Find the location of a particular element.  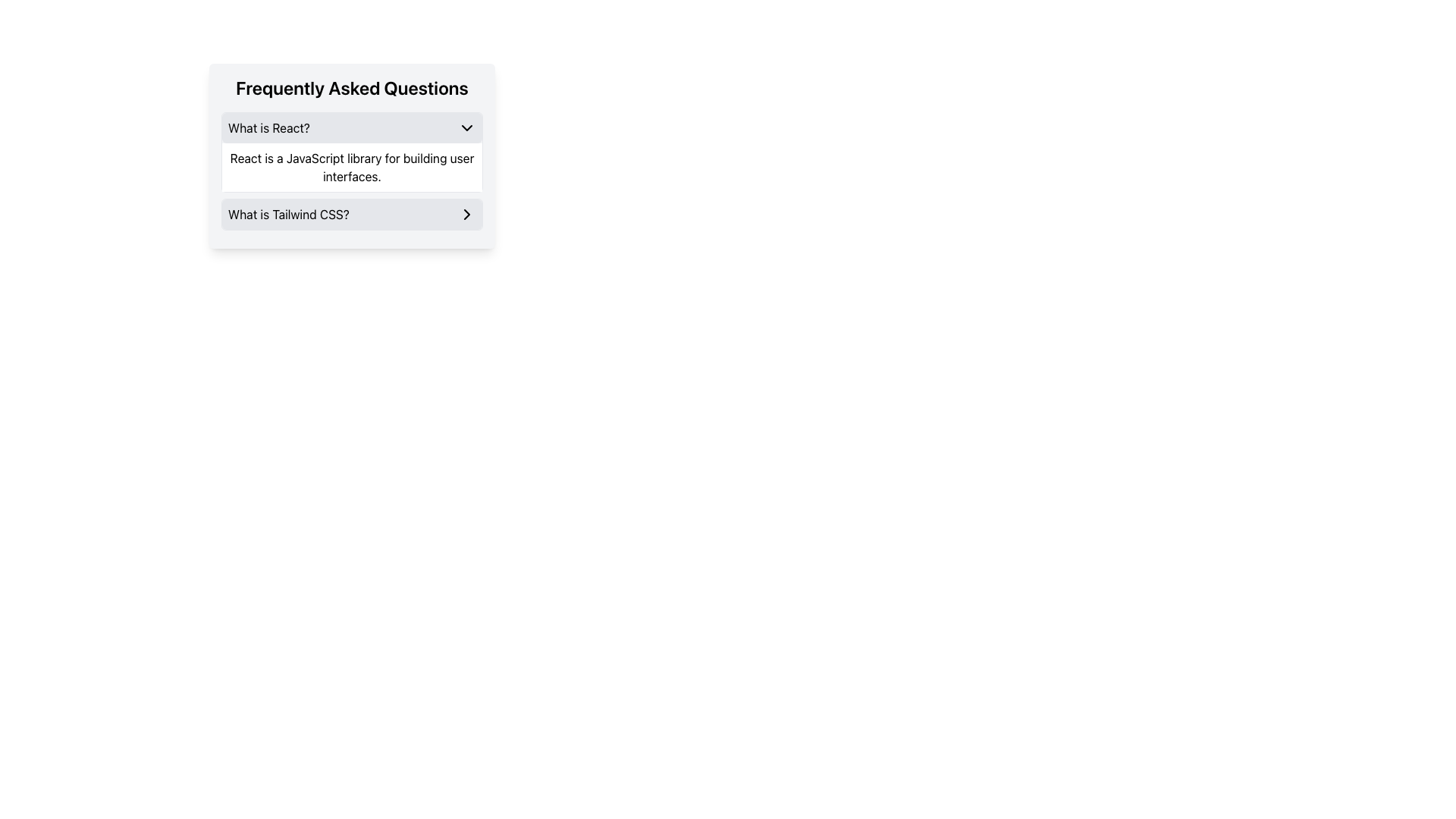

the collapsible list item link labeled 'What is Tailwind CSS?' is located at coordinates (351, 214).